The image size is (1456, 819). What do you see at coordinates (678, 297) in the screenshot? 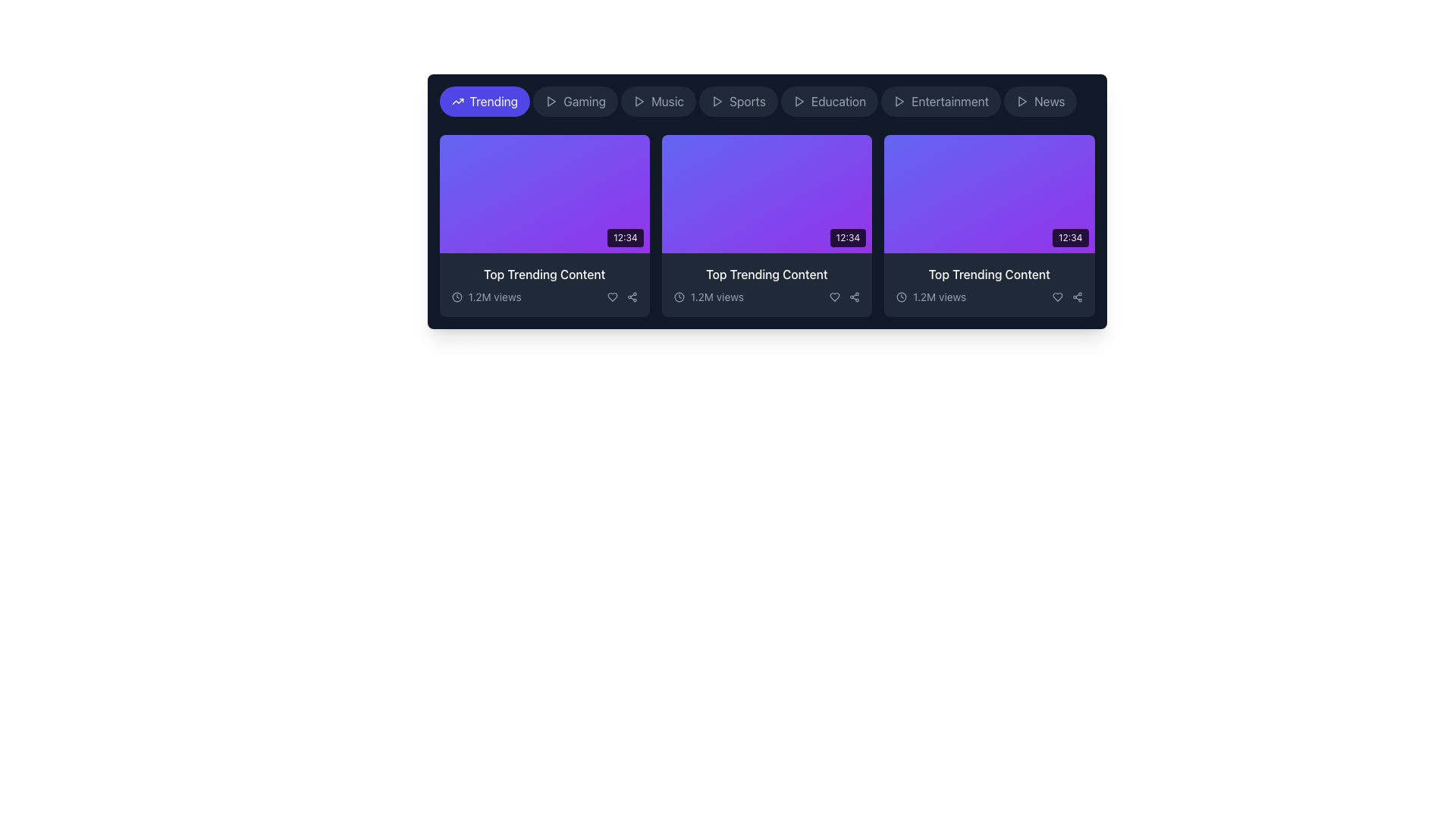
I see `the small clock icon, which features a round clock face with two hands pointing to 12 and 4, located next to the text '1.2M views' below the thumbnail of the second card in the trending content layout` at bounding box center [678, 297].